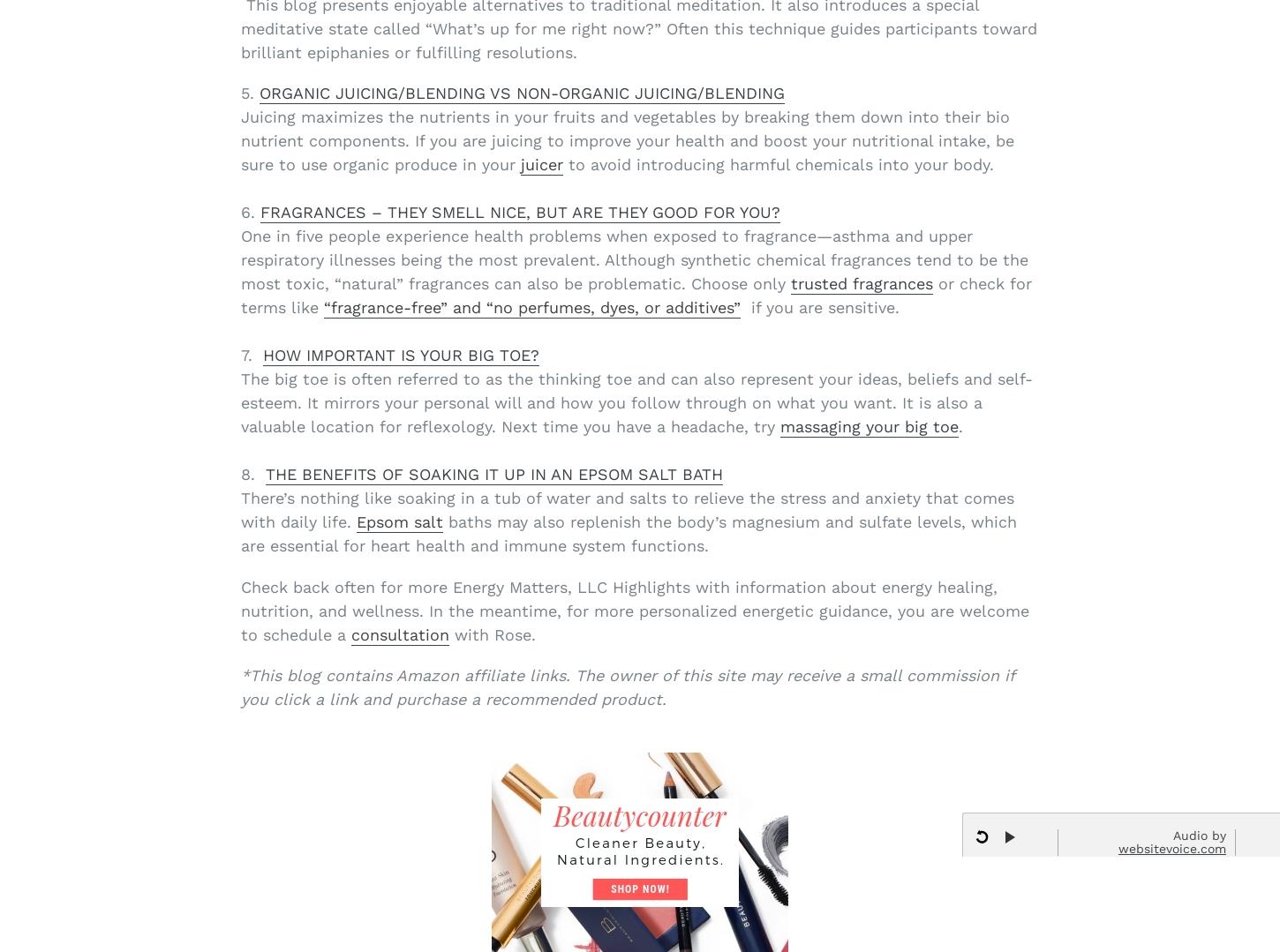 This screenshot has width=1280, height=952. Describe the element at coordinates (448, 633) in the screenshot. I see `'with Rose.'` at that location.